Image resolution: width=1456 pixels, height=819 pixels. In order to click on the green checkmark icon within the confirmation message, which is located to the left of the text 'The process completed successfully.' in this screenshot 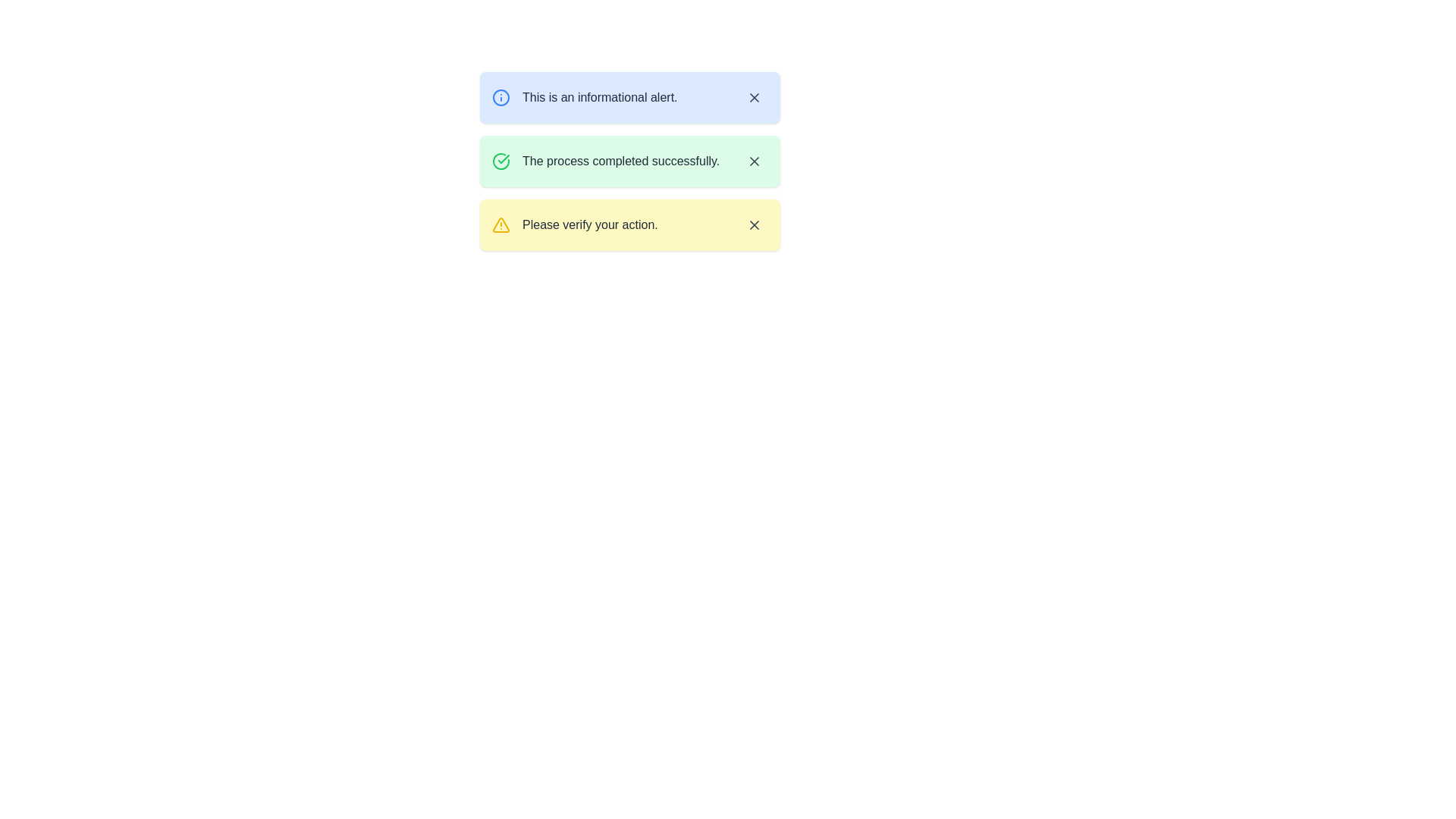, I will do `click(504, 158)`.